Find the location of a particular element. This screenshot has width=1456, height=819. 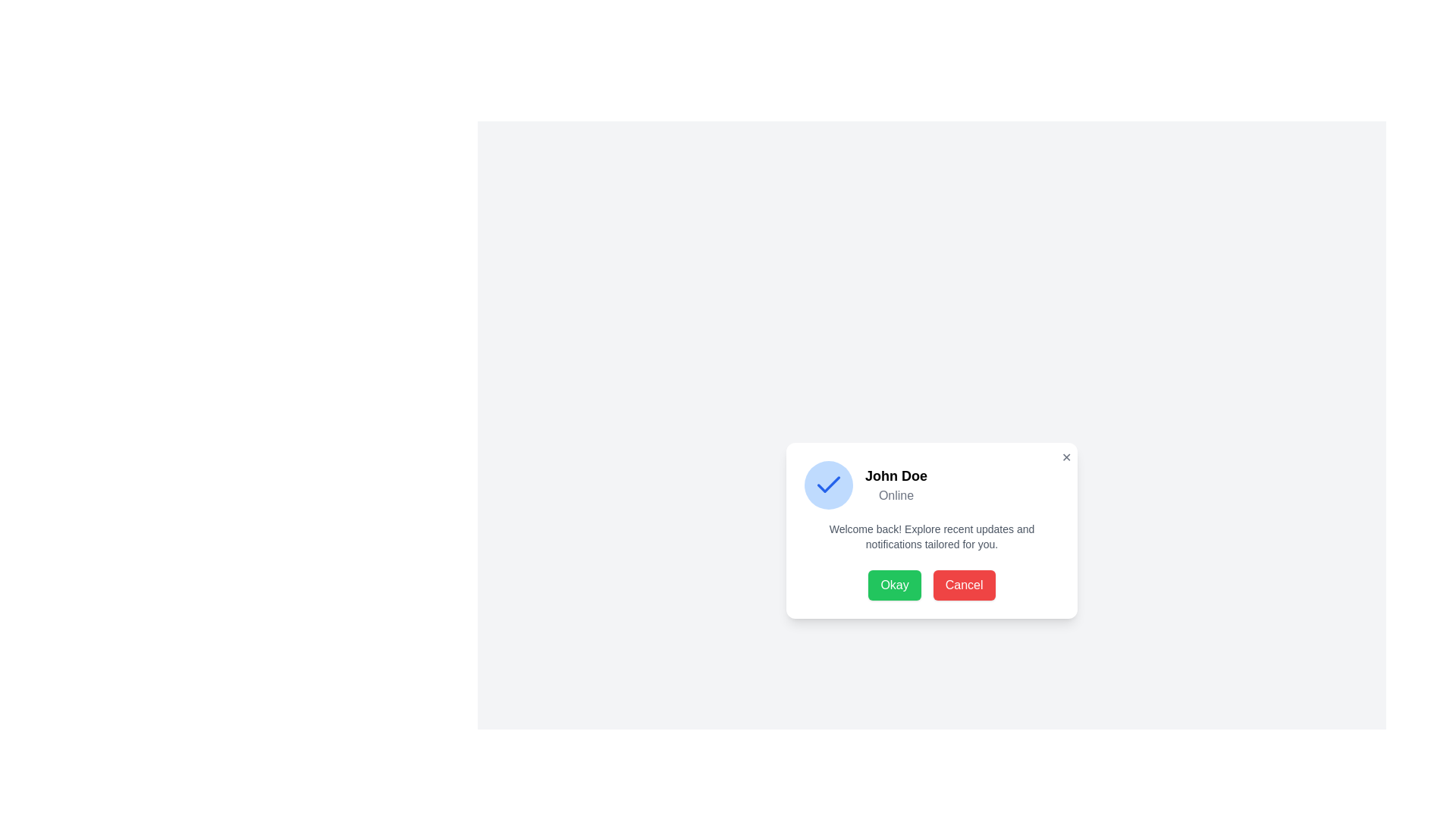

the 'Cancel' button located in the lower portion of the modal window, which is the second button to the right of the green 'Okay' button is located at coordinates (963, 584).